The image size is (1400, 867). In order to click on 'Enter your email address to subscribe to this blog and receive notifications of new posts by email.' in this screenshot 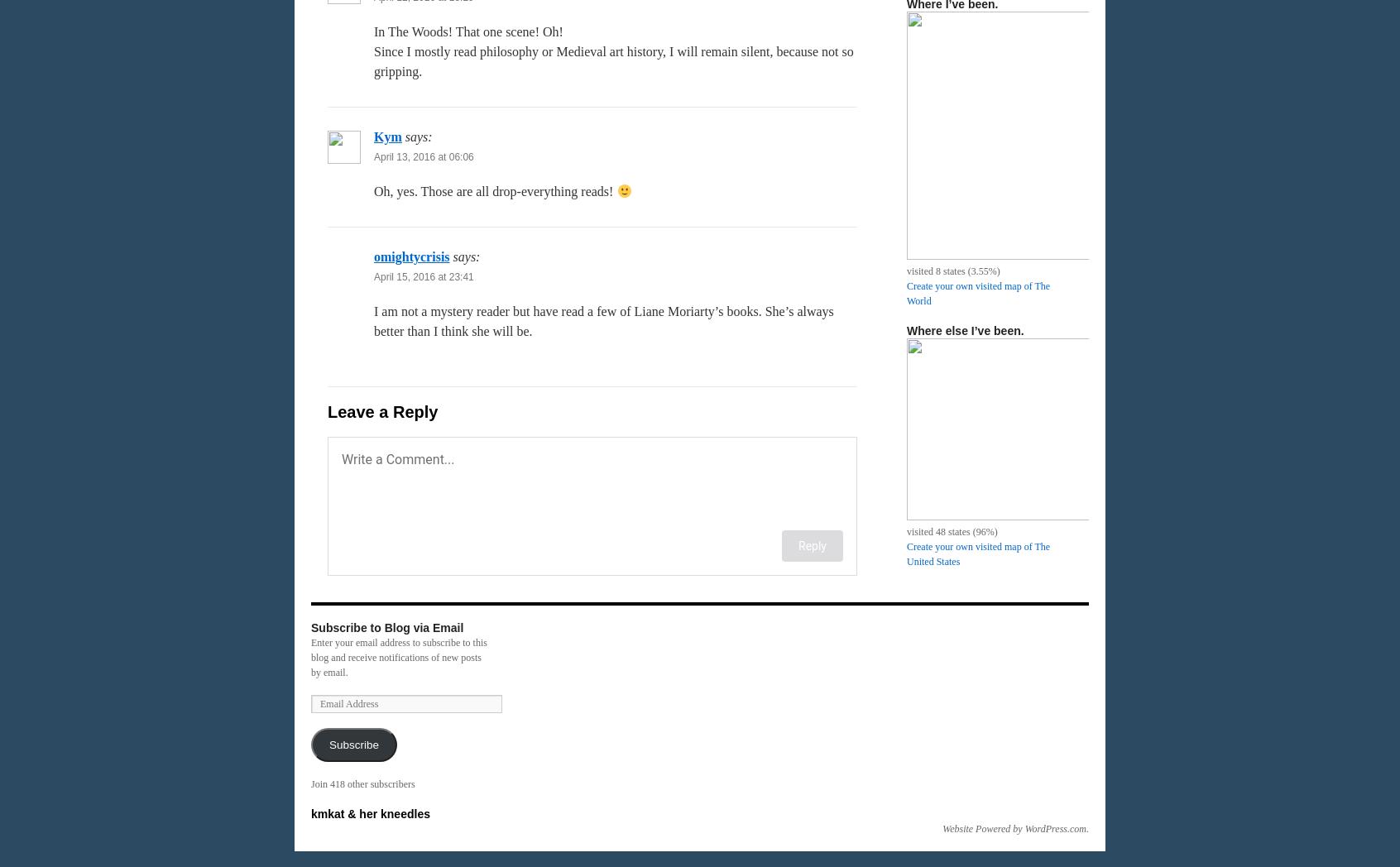, I will do `click(398, 657)`.